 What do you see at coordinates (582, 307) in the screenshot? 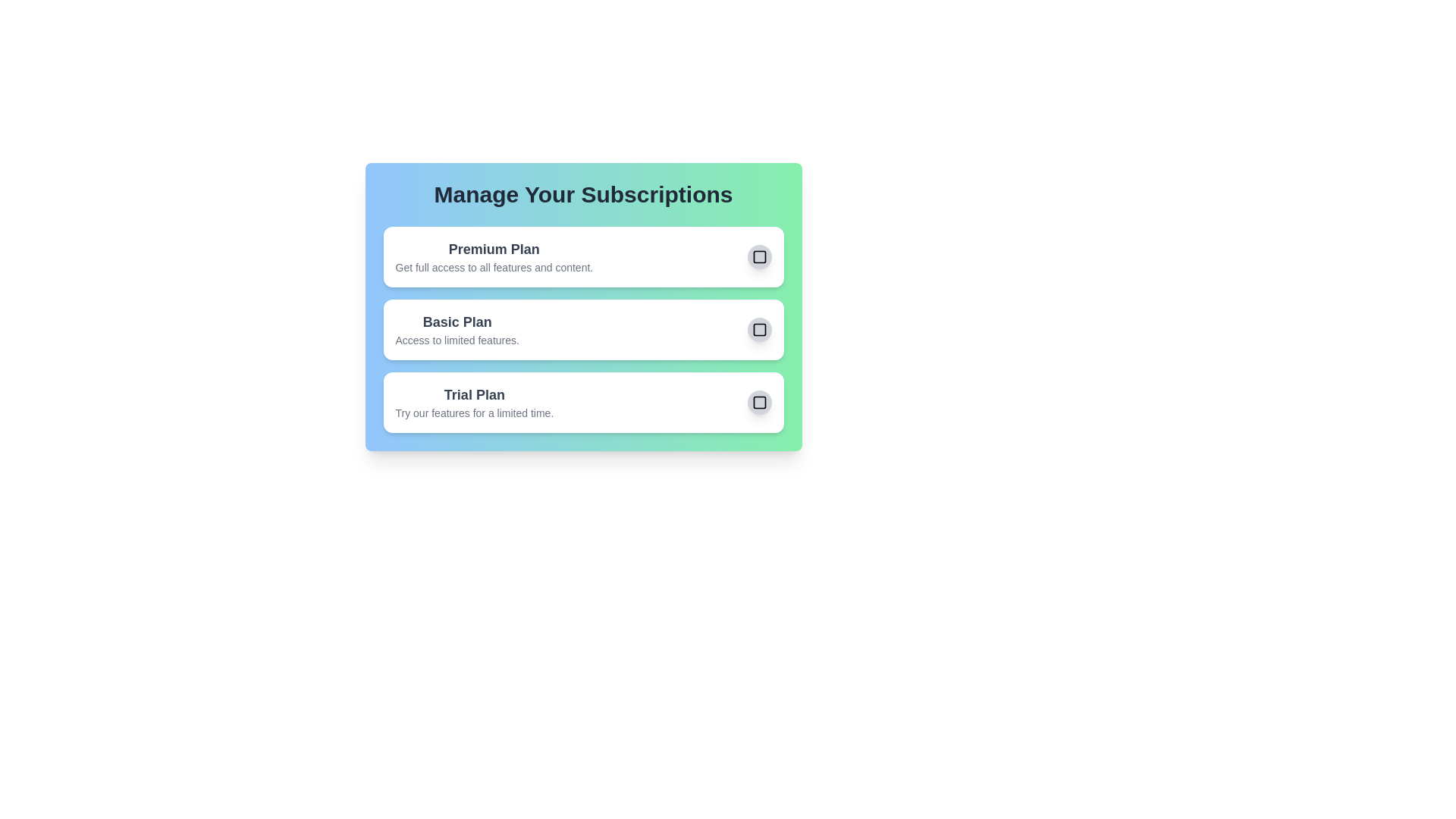
I see `the 'Basic Plan' subscription card` at bounding box center [582, 307].